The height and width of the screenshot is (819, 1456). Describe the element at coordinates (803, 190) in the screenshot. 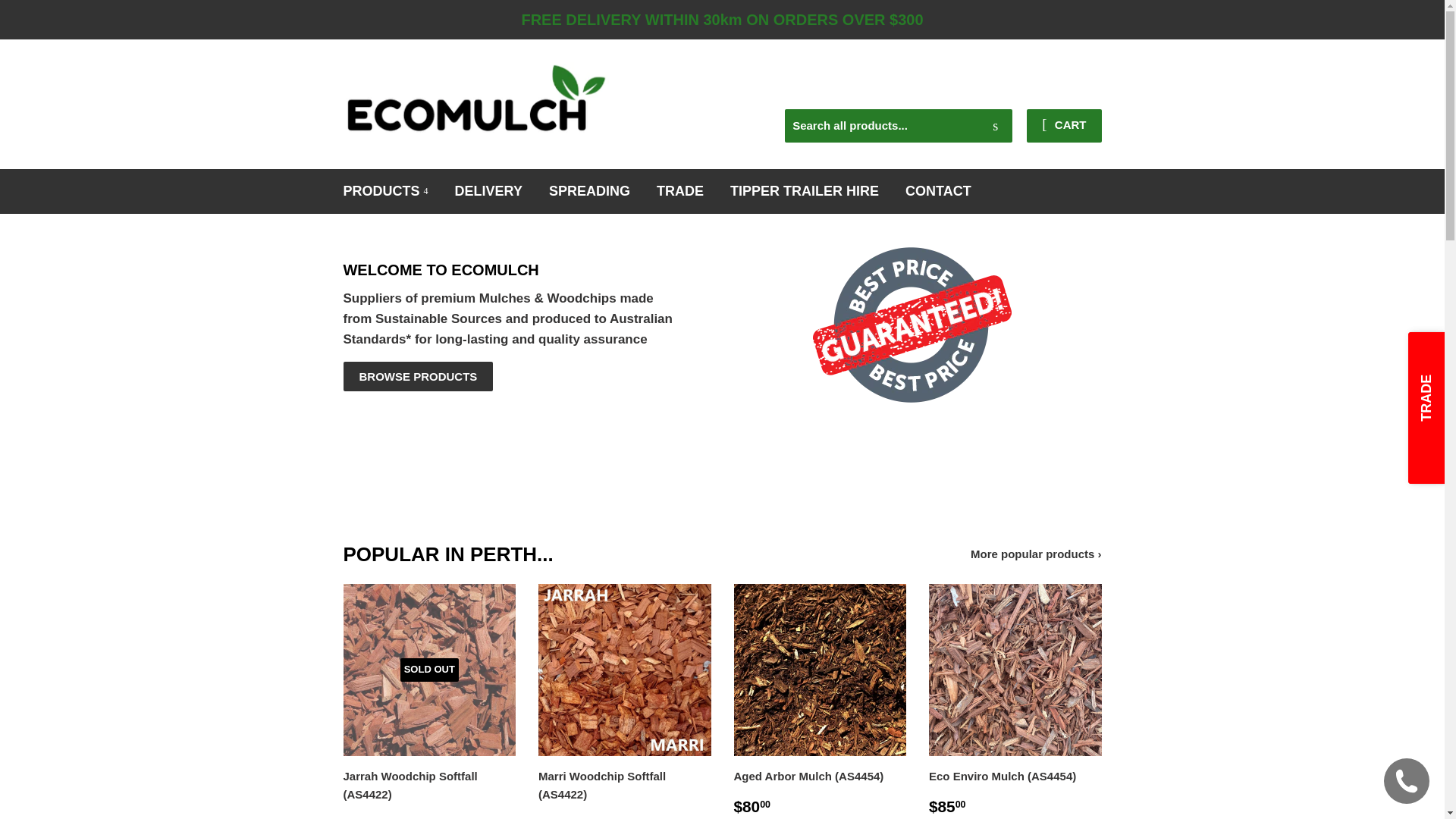

I see `'TIPPER TRAILER HIRE'` at that location.